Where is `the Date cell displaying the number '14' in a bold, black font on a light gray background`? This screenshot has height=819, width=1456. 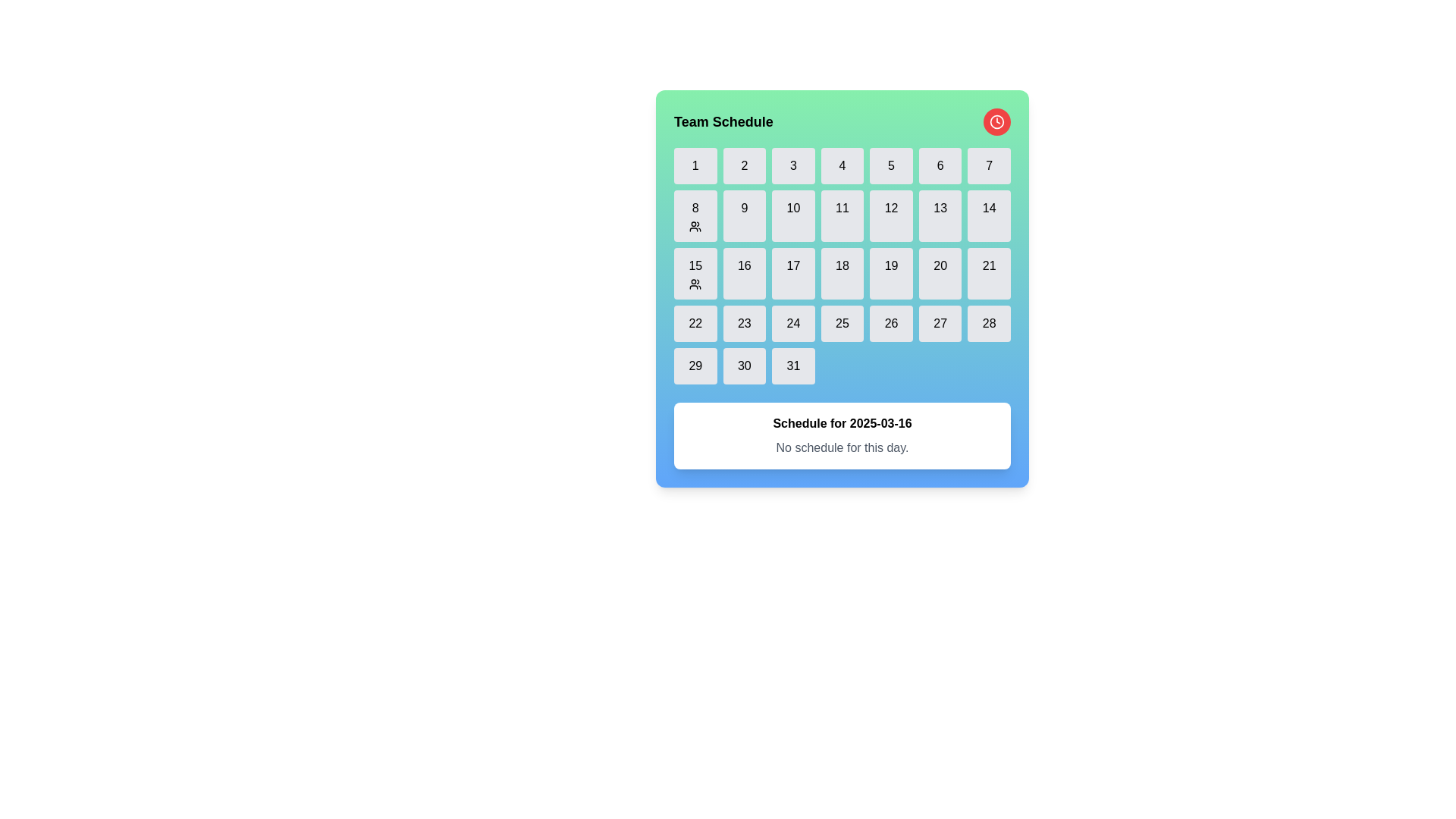
the Date cell displaying the number '14' in a bold, black font on a light gray background is located at coordinates (989, 208).